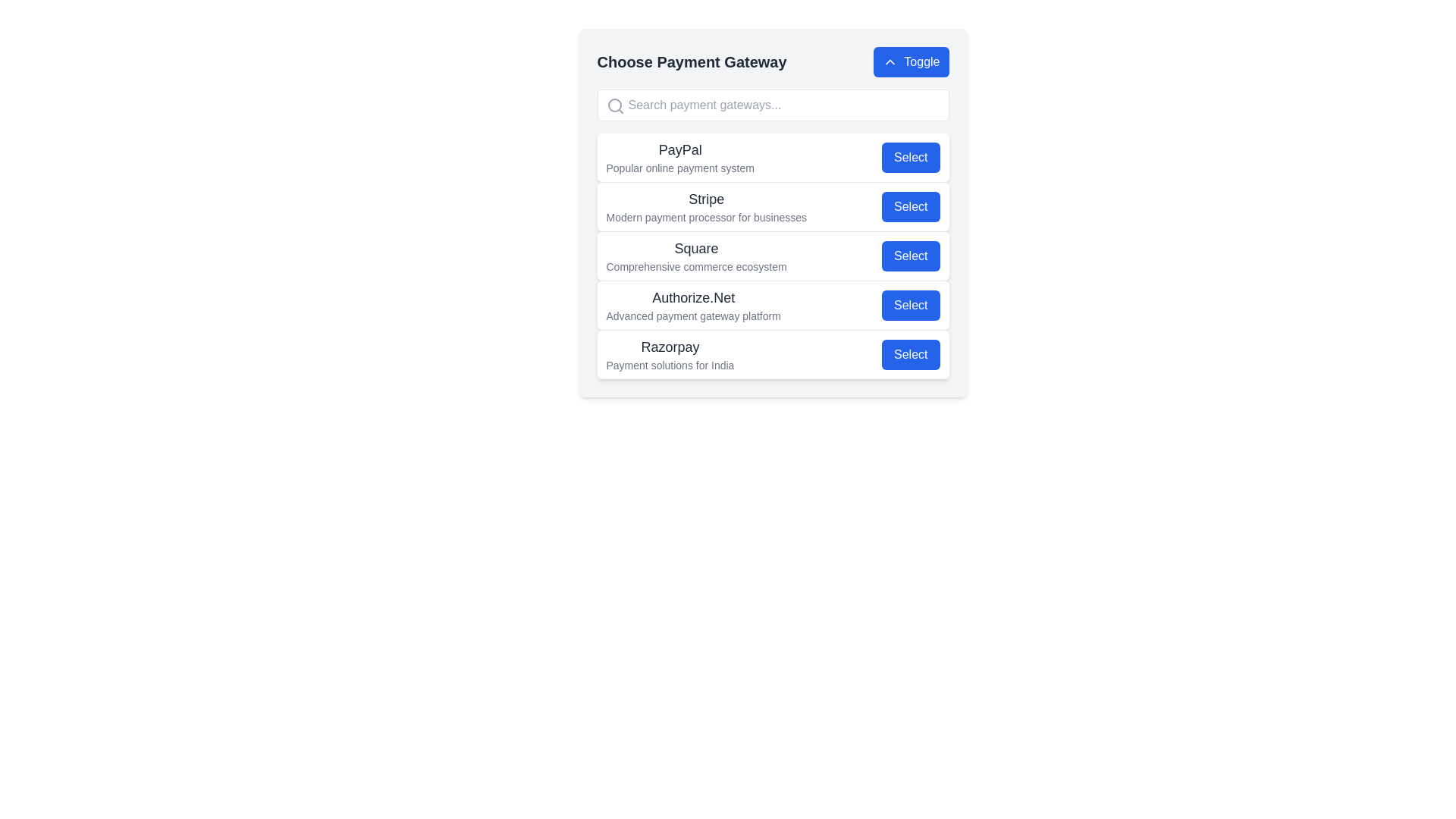 The image size is (1456, 819). What do you see at coordinates (910, 354) in the screenshot?
I see `the 'Select' button with a blue background and white text located in the fifth row of payment options` at bounding box center [910, 354].